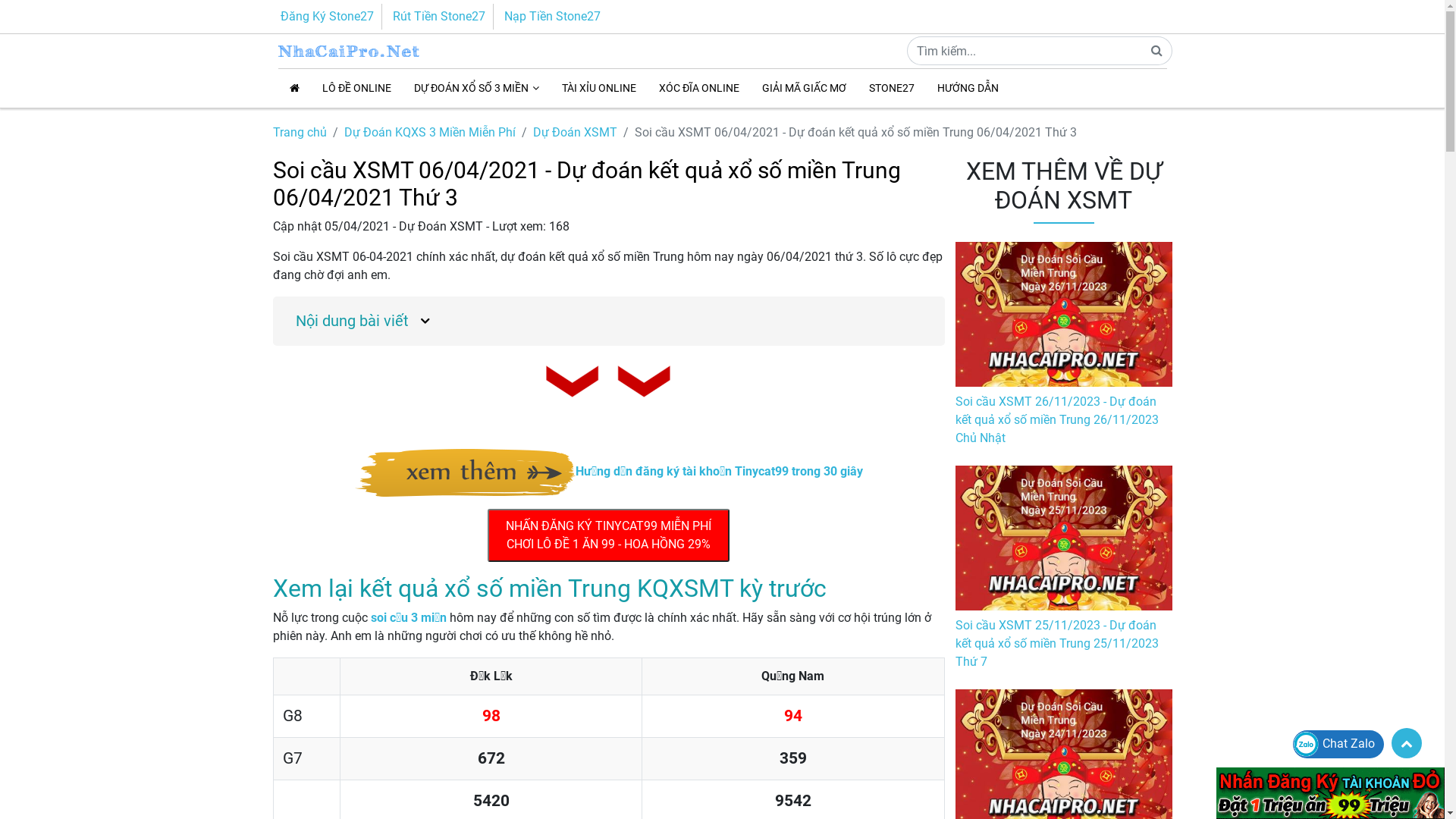  I want to click on 'Chat Zalo', so click(1291, 742).